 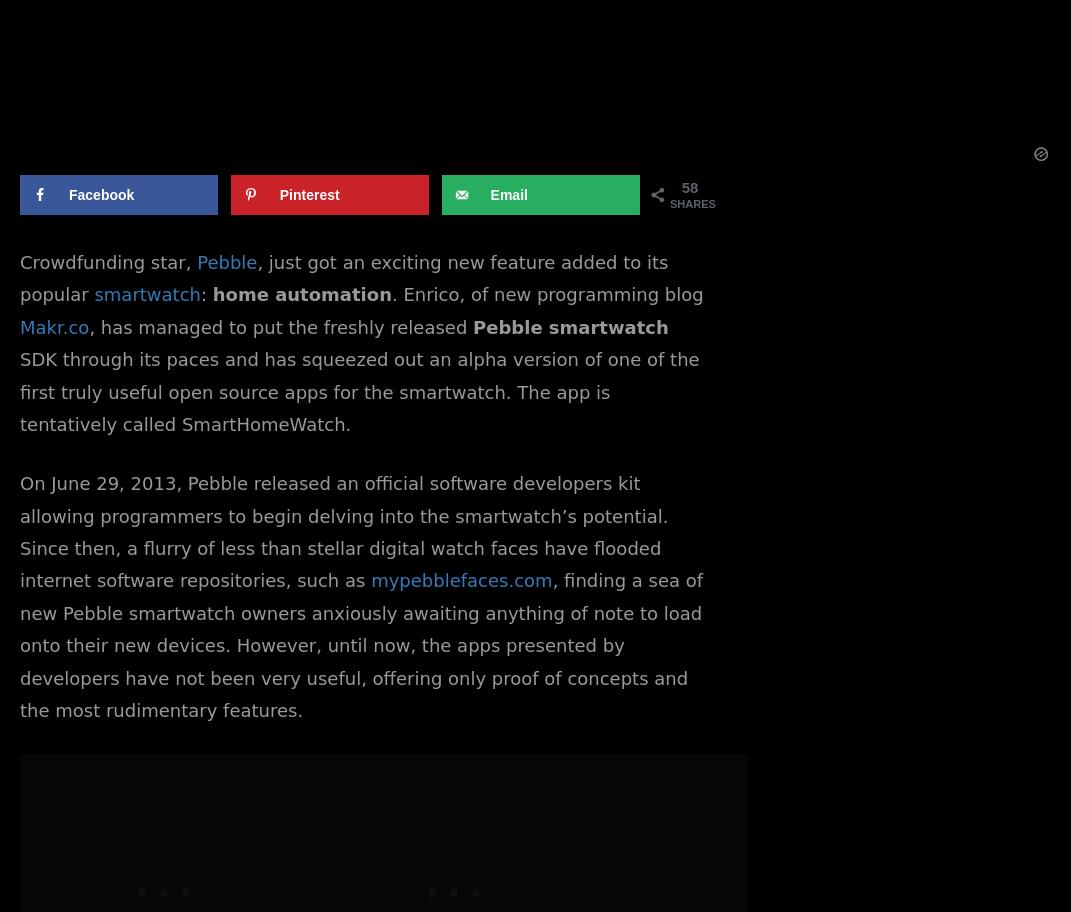 I want to click on 'SDK through its paces and has squeezed out an alpha version of one of the first truly useful open source apps for the smartwatch. The app is tentatively called SmartHomeWatch.', so click(x=358, y=391).